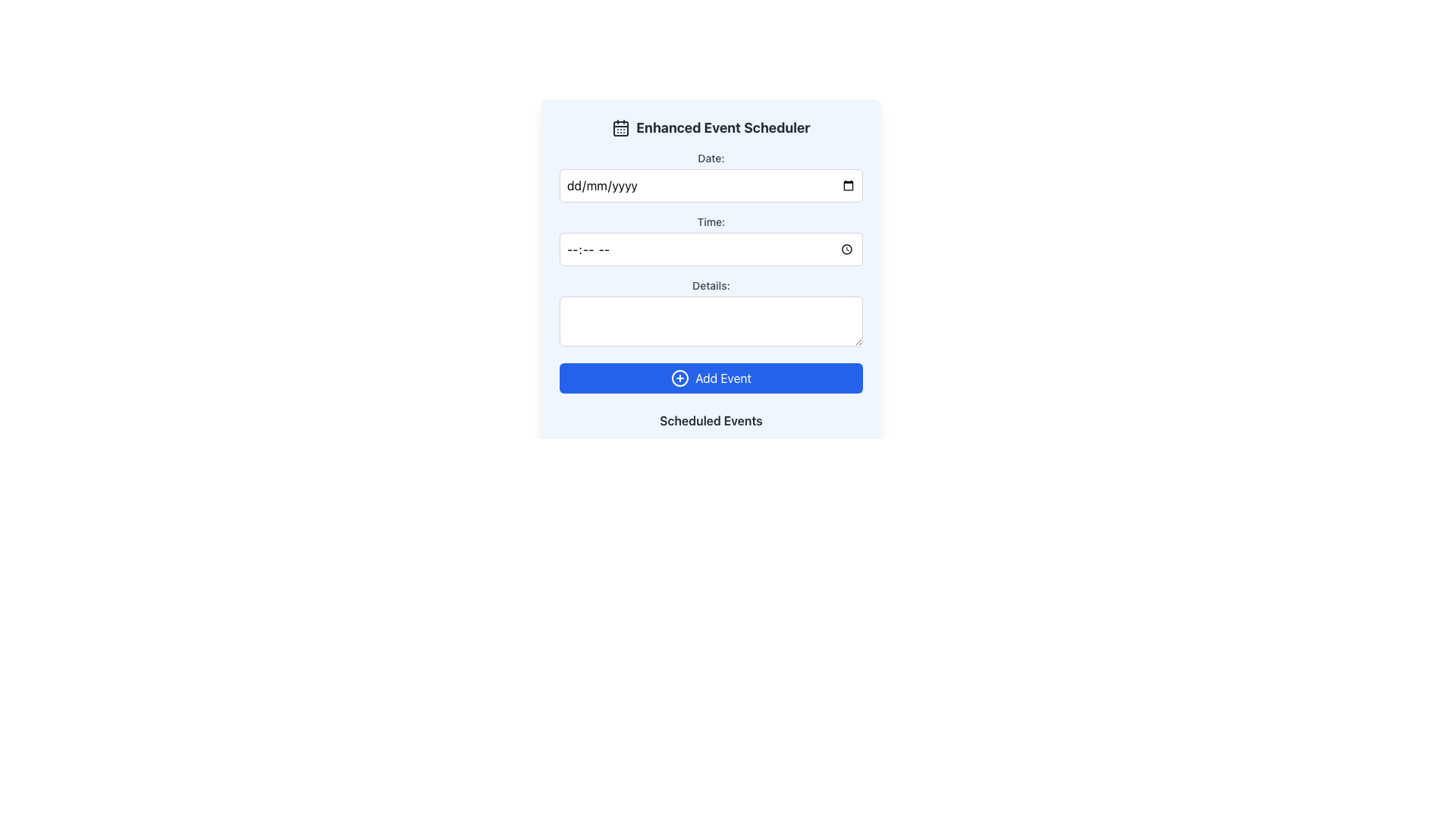  What do you see at coordinates (710, 158) in the screenshot?
I see `the text label that displays 'Date:' which is styled in gray and serves as a label above the date input field` at bounding box center [710, 158].